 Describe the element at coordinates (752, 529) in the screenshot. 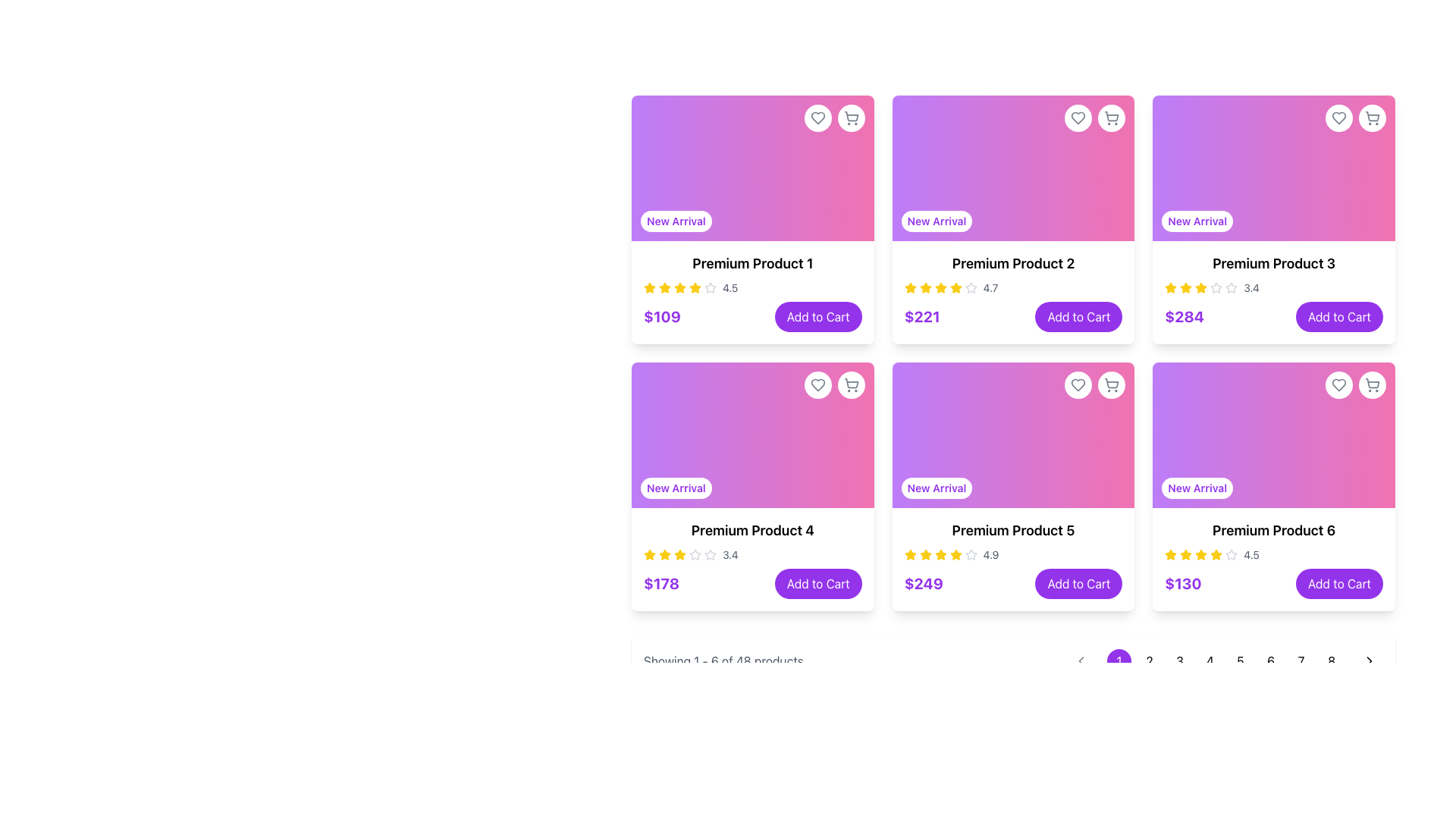

I see `the text label displaying 'Premium Product 4' in bold typeface for identification` at that location.